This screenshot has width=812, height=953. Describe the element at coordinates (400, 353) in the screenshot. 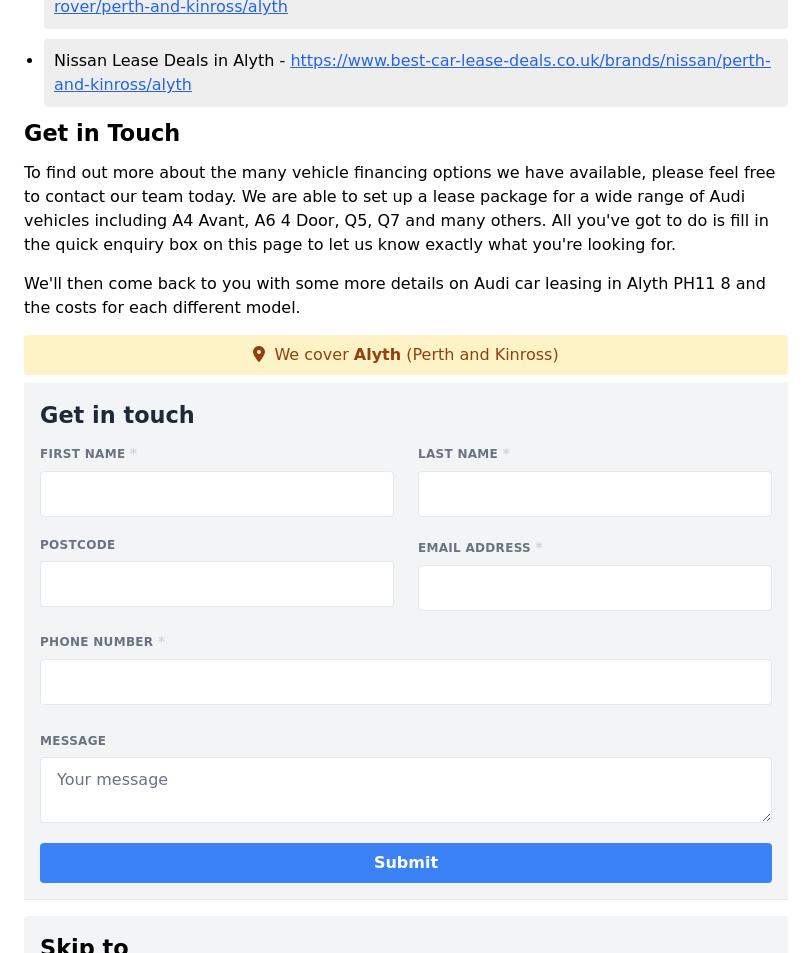

I see `'(Perth and Kinross)'` at that location.